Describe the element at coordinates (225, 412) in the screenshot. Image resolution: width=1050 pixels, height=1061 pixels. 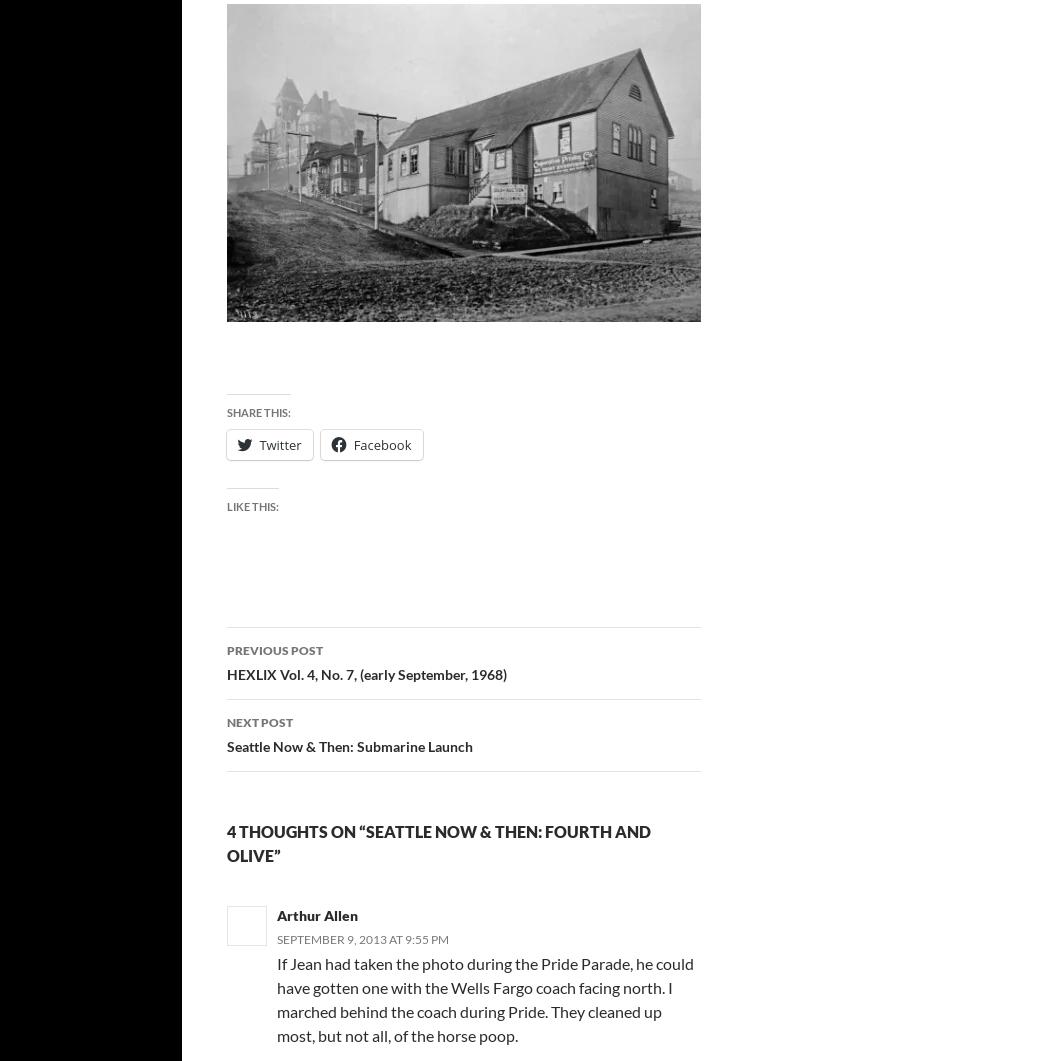
I see `'Share this:'` at that location.